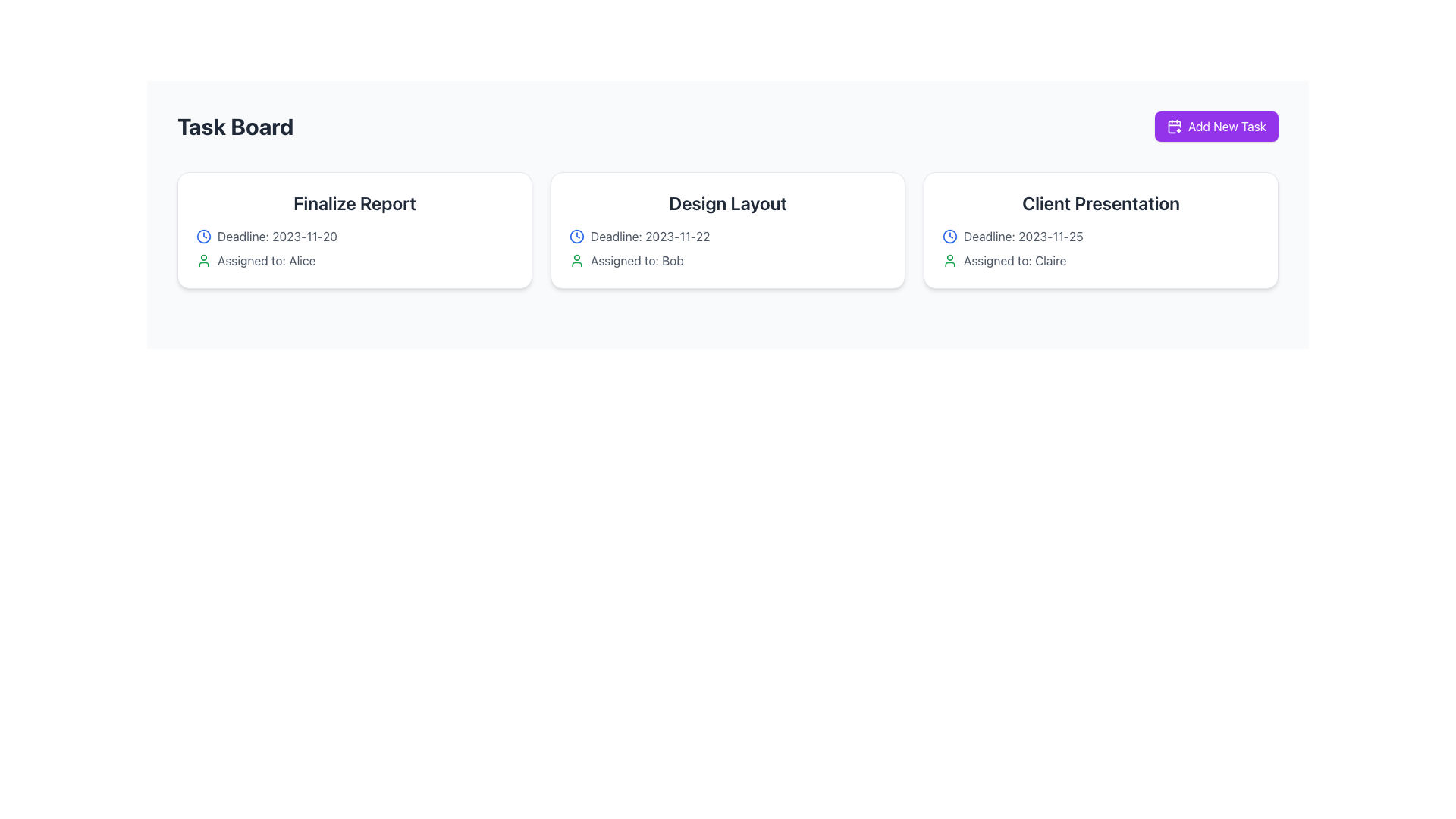 Image resolution: width=1456 pixels, height=819 pixels. What do you see at coordinates (576, 237) in the screenshot?
I see `the blue clock icon with a circular outline, located before the text 'Deadline: 2023-11-22' in the middle task card` at bounding box center [576, 237].